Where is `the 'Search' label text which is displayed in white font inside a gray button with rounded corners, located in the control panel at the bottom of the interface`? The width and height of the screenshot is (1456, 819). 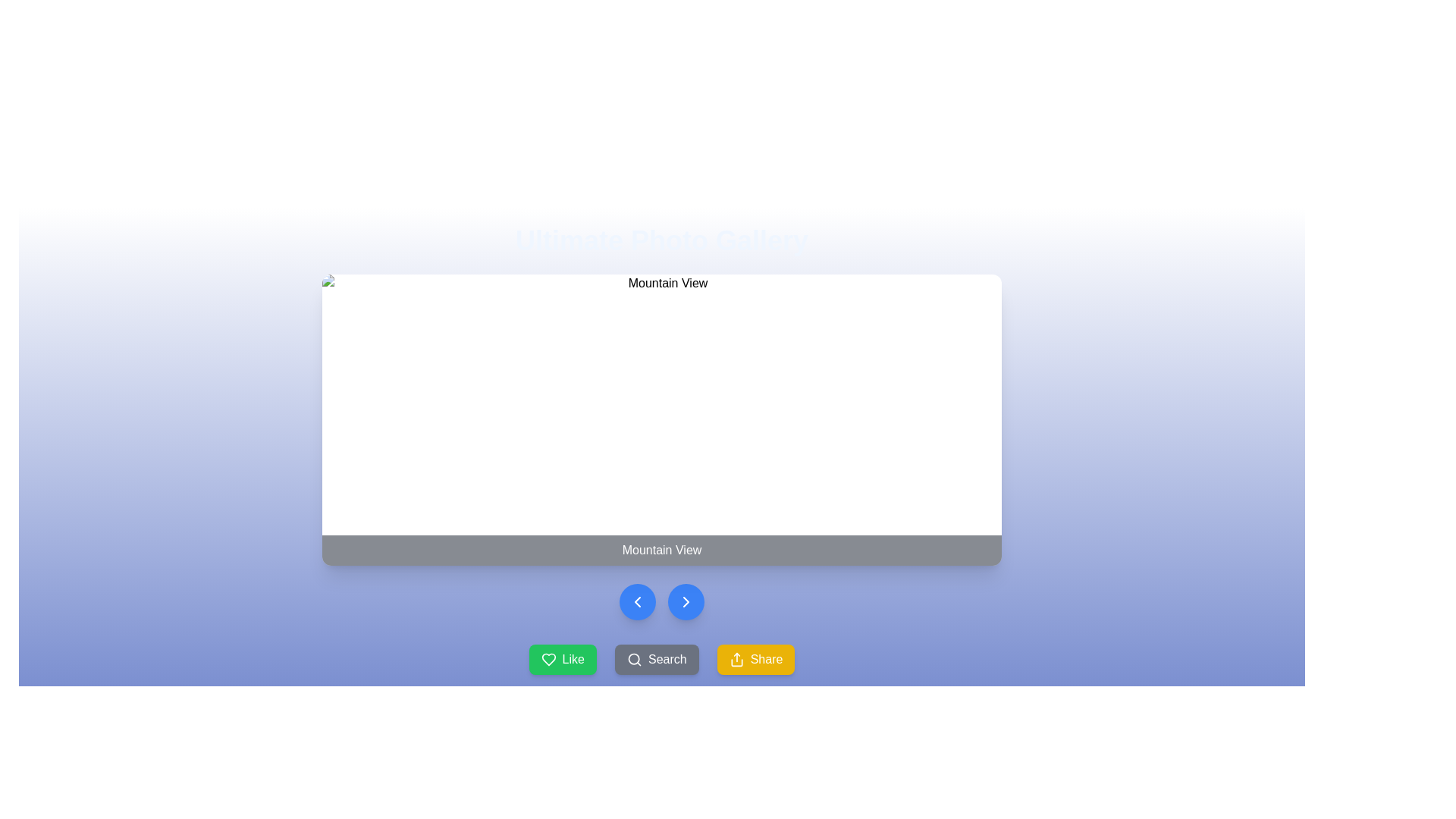
the 'Search' label text which is displayed in white font inside a gray button with rounded corners, located in the control panel at the bottom of the interface is located at coordinates (667, 659).